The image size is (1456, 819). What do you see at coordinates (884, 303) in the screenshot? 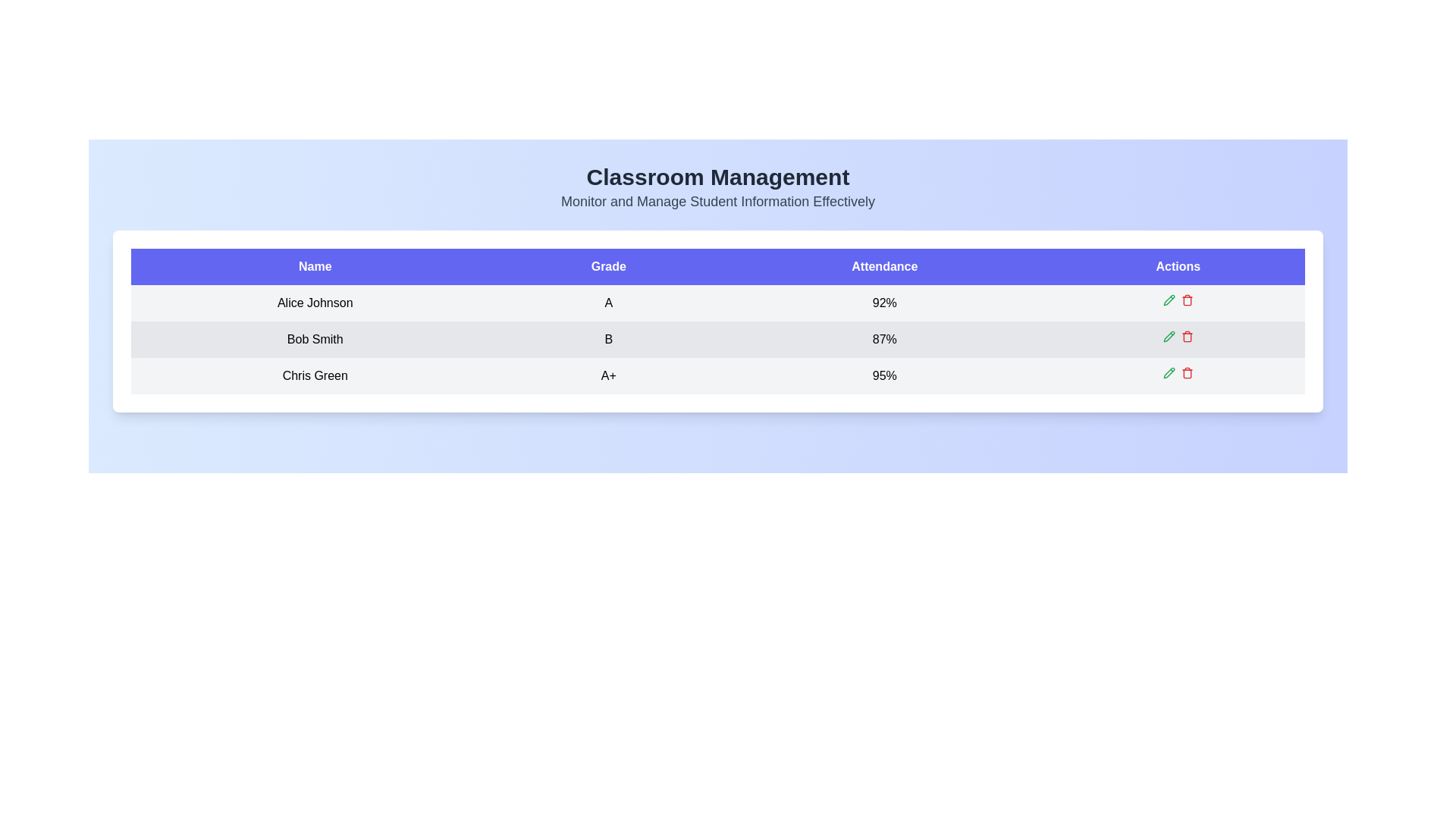
I see `the attendance percentage text '92%' for the individual 'Alice Johnson' located in the Attendance column of the table` at bounding box center [884, 303].